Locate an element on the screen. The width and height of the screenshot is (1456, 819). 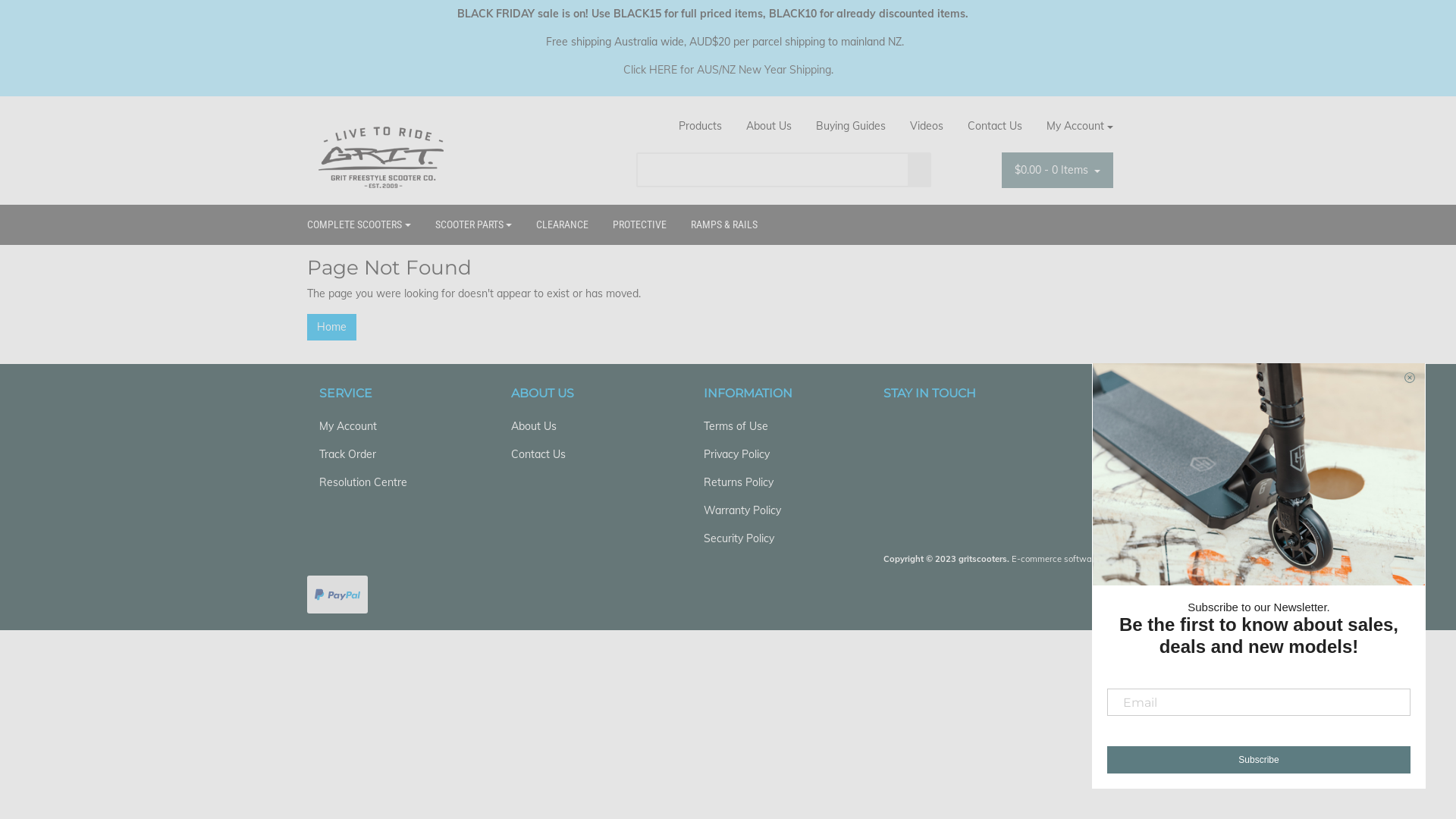
'Returns Policy' is located at coordinates (691, 482).